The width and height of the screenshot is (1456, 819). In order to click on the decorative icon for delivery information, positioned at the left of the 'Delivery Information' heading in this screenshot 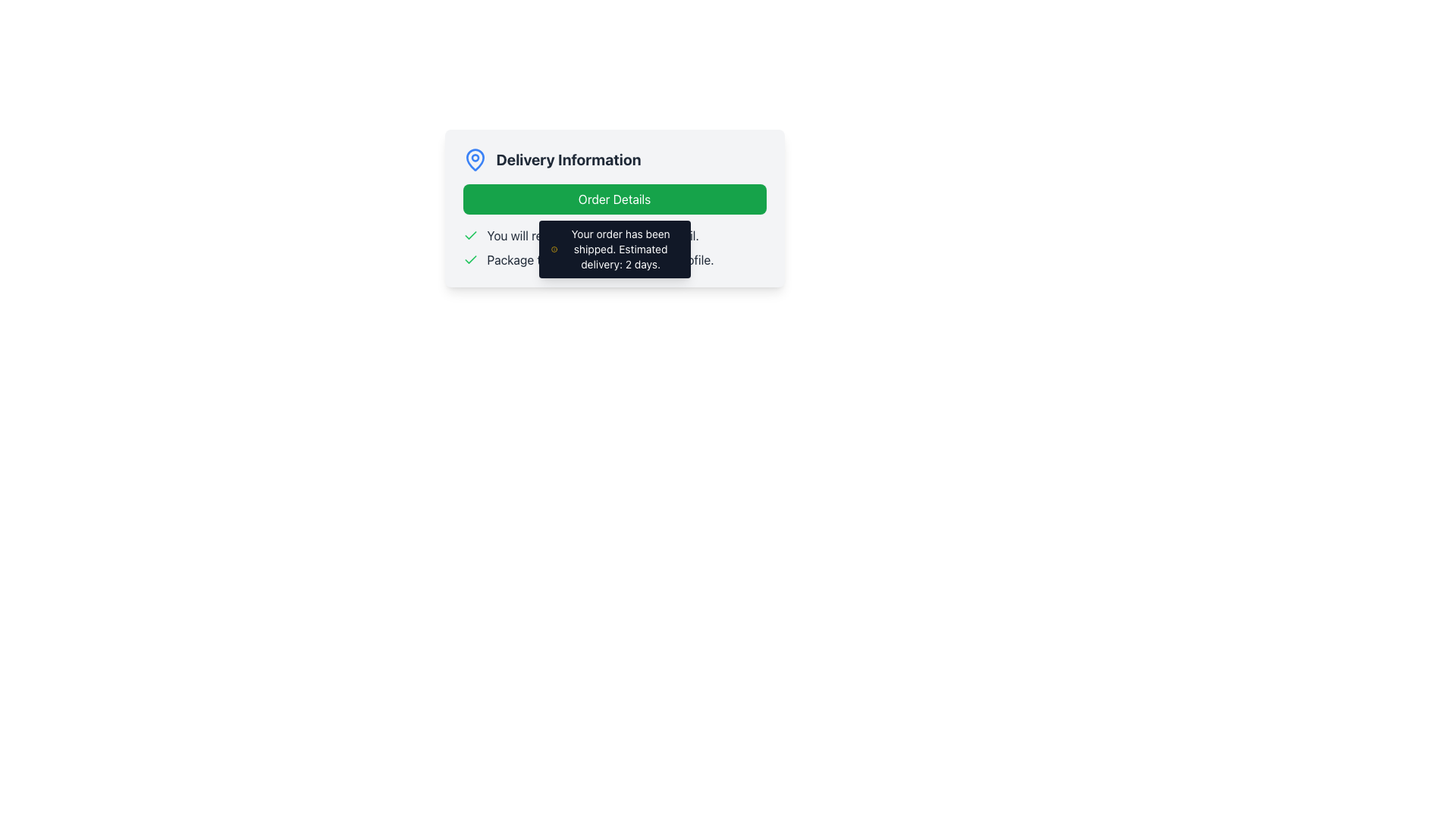, I will do `click(474, 160)`.